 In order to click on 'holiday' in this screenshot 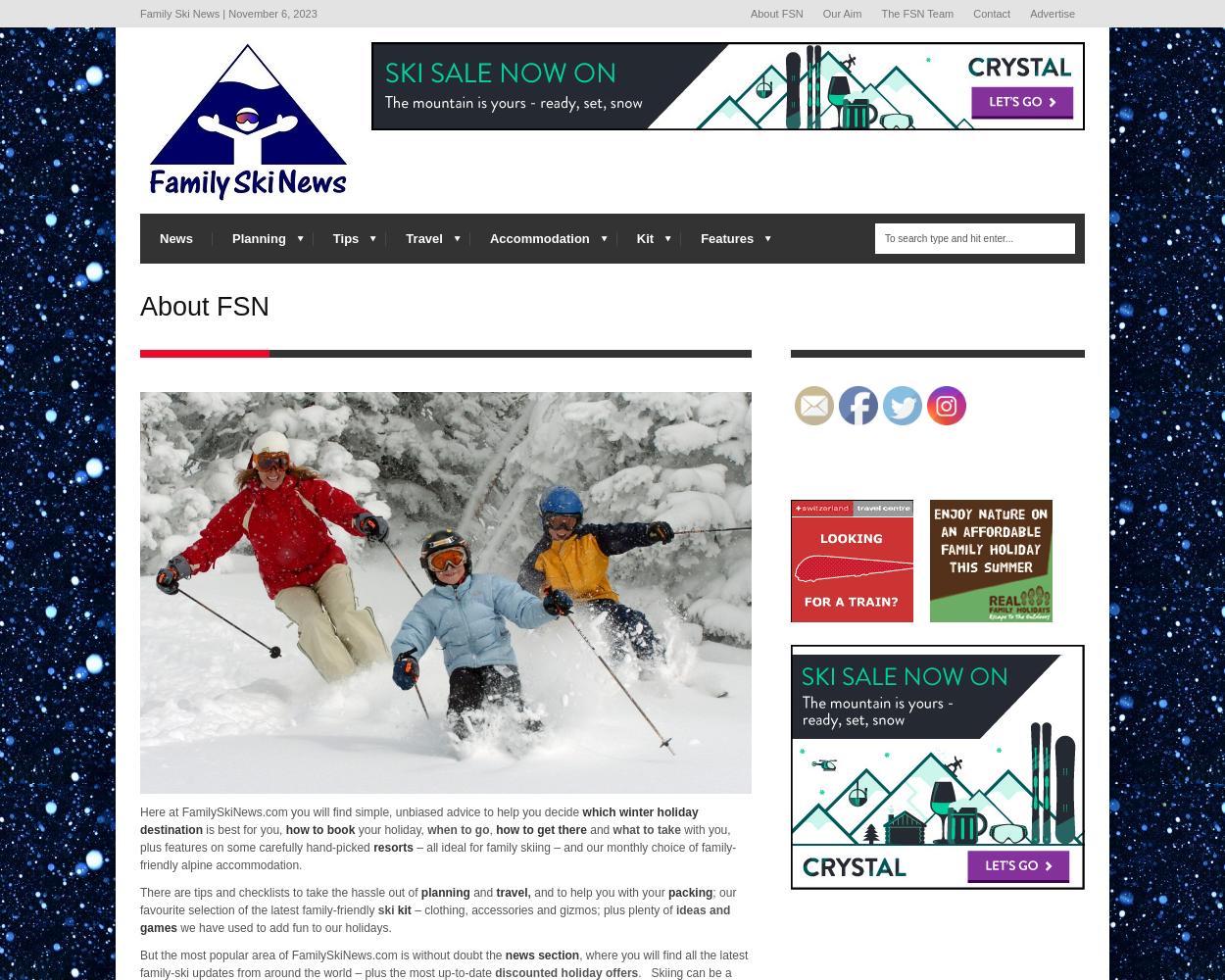, I will do `click(560, 971)`.